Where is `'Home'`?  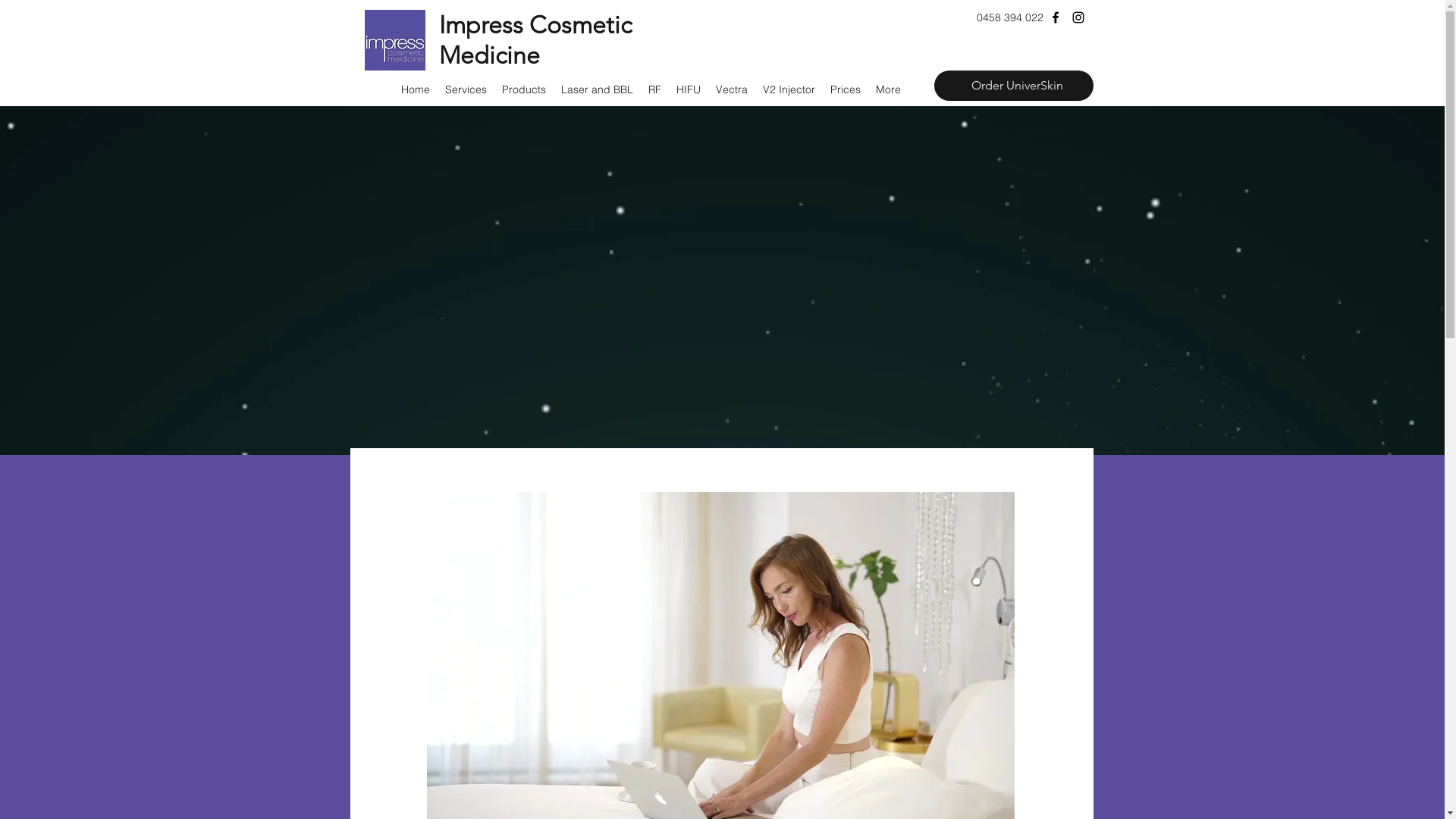
'Home' is located at coordinates (393, 89).